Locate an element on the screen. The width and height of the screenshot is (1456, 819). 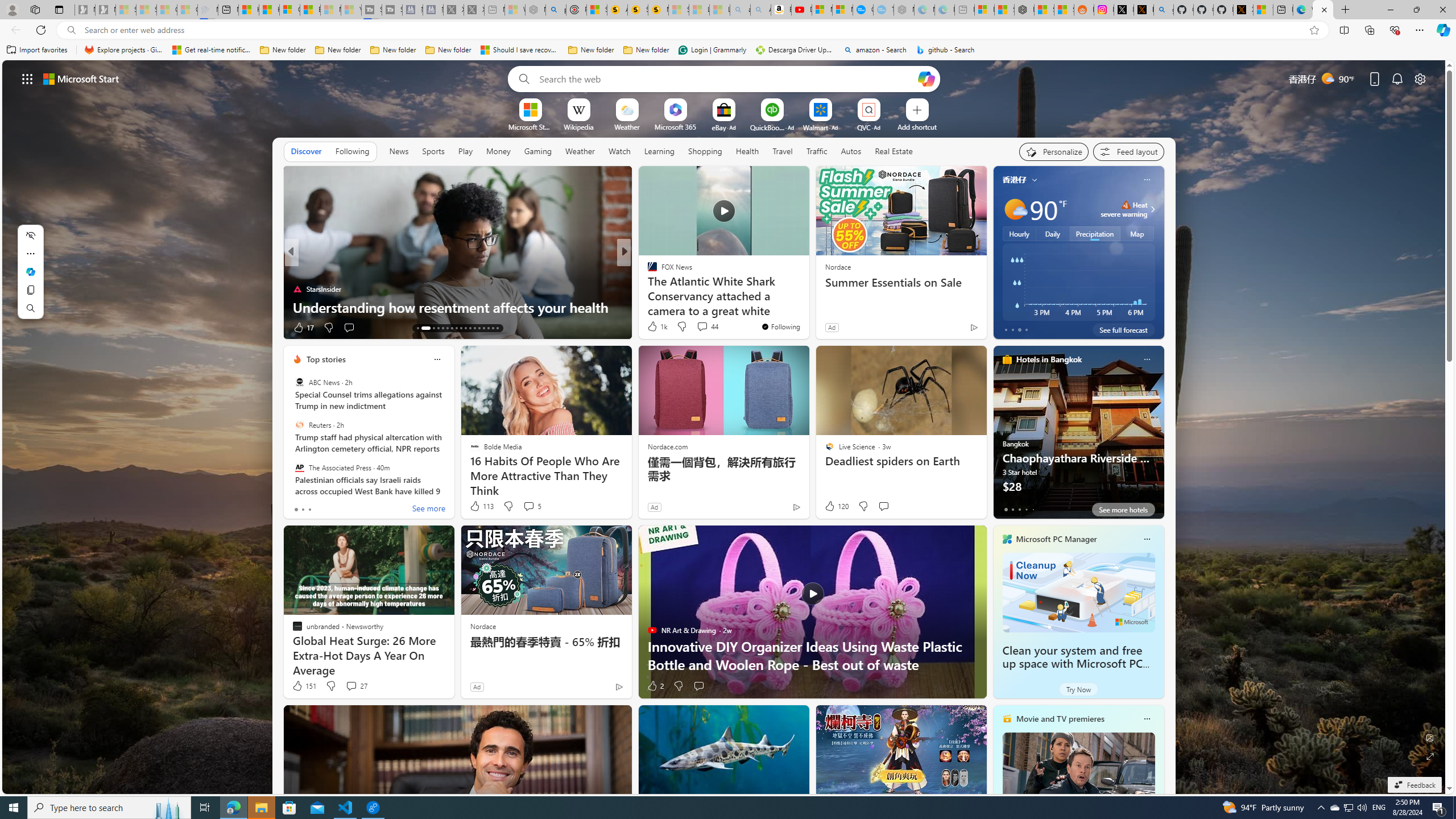
'Map' is located at coordinates (1137, 233).